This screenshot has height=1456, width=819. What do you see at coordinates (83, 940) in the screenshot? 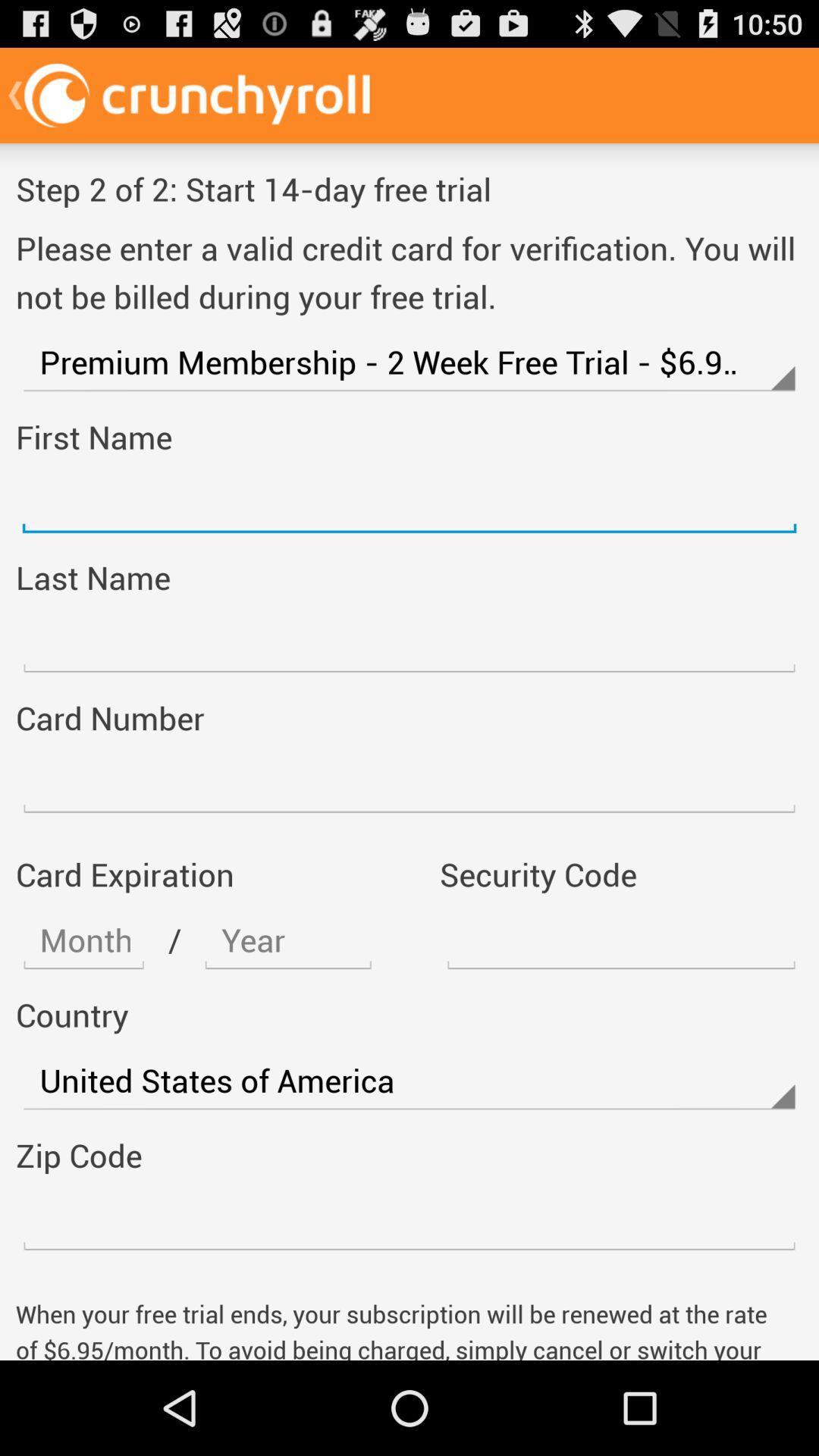
I see `adress` at bounding box center [83, 940].